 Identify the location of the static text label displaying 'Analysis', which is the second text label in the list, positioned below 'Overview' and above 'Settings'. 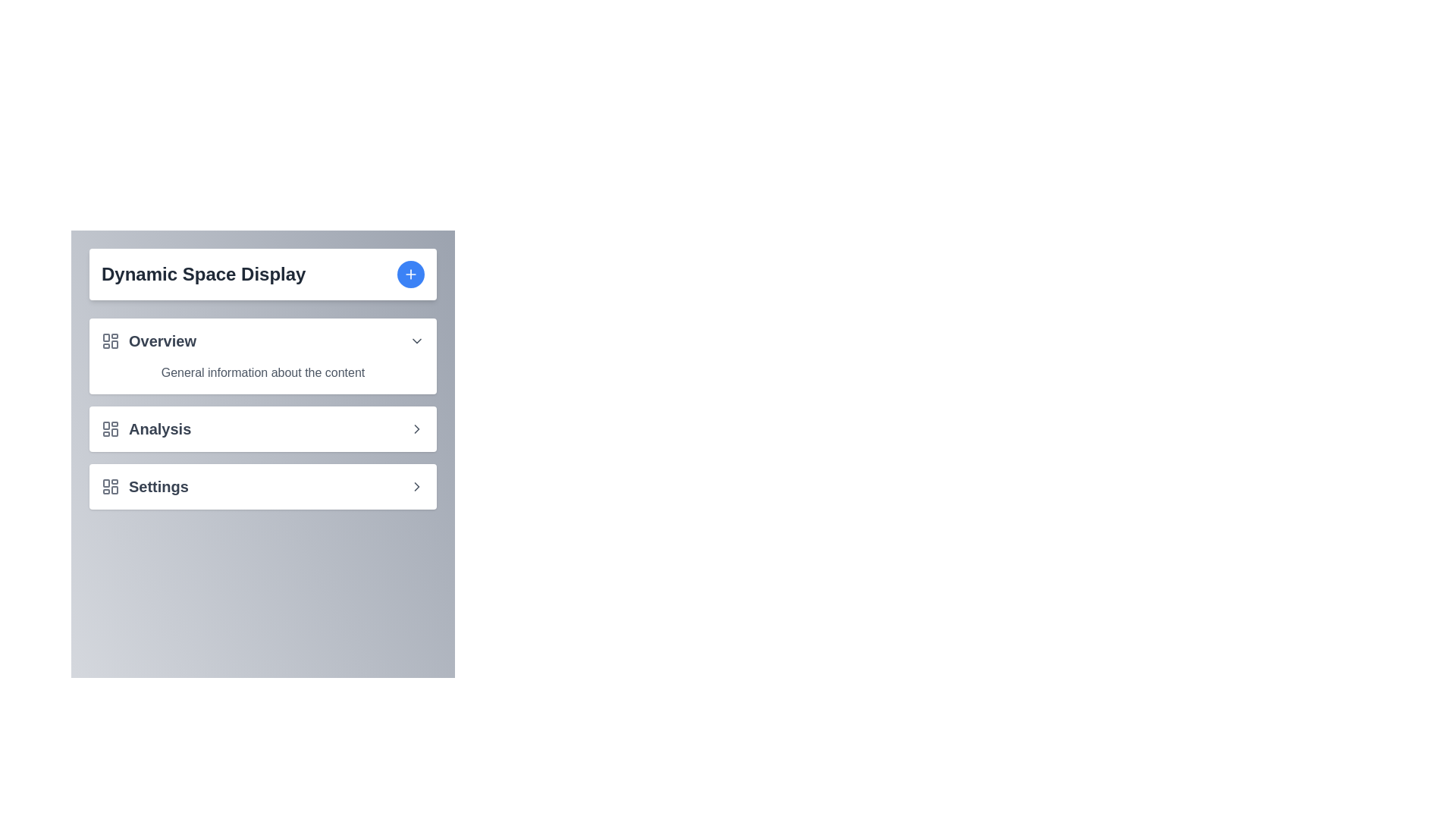
(160, 429).